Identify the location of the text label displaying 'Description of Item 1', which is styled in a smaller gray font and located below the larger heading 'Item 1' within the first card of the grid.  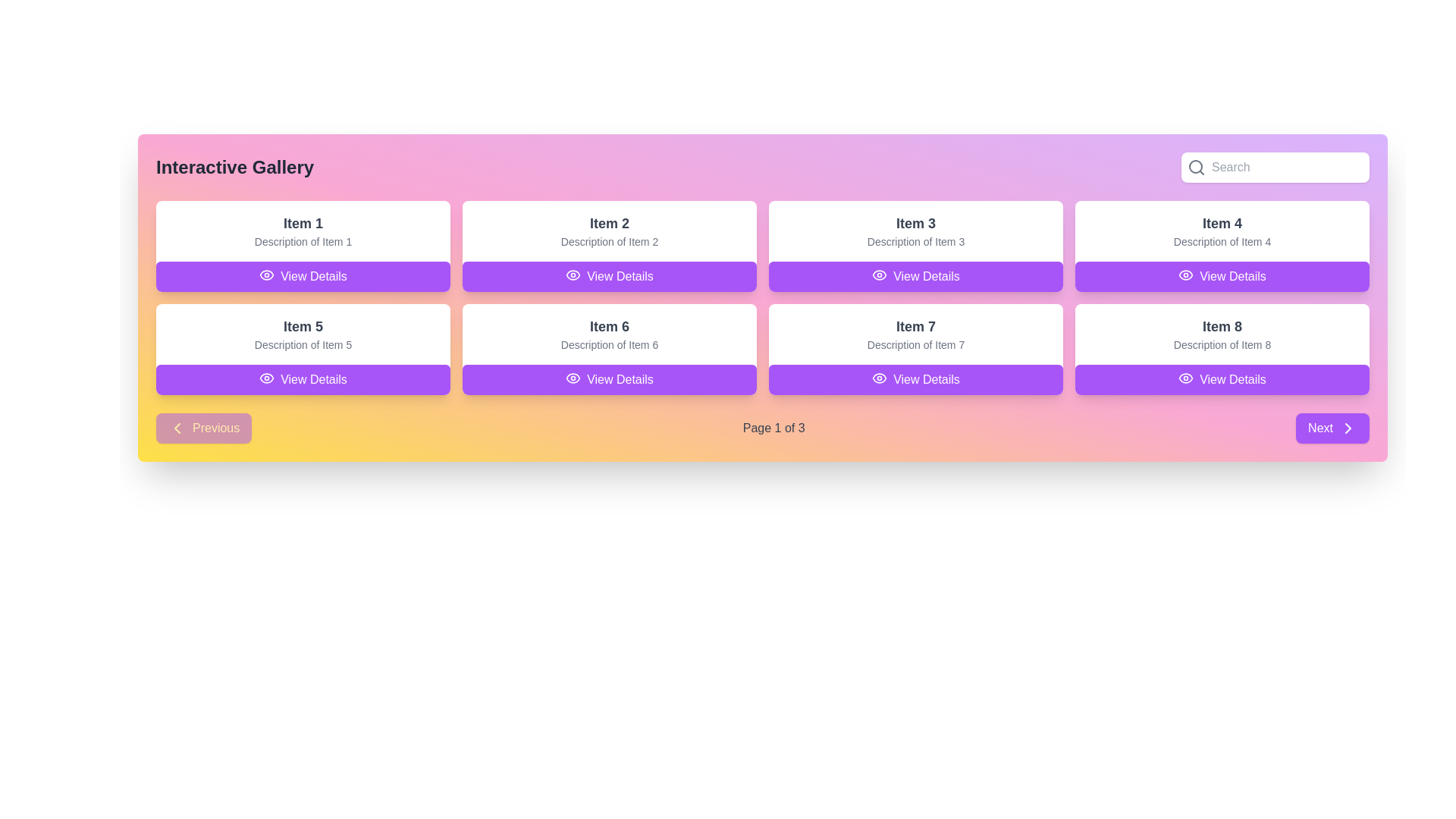
(303, 241).